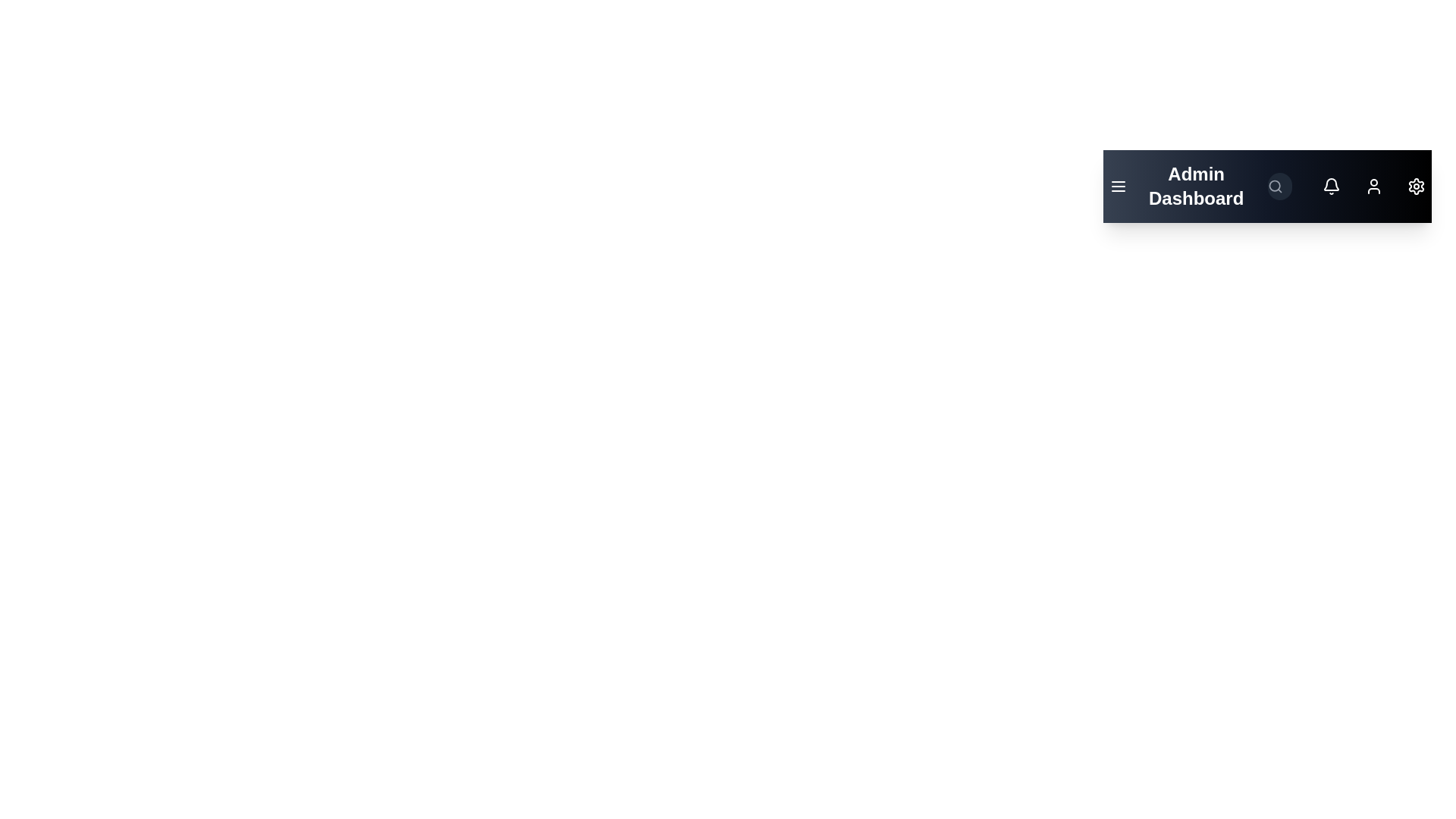  What do you see at coordinates (1274, 186) in the screenshot?
I see `the search icon in the app bar` at bounding box center [1274, 186].